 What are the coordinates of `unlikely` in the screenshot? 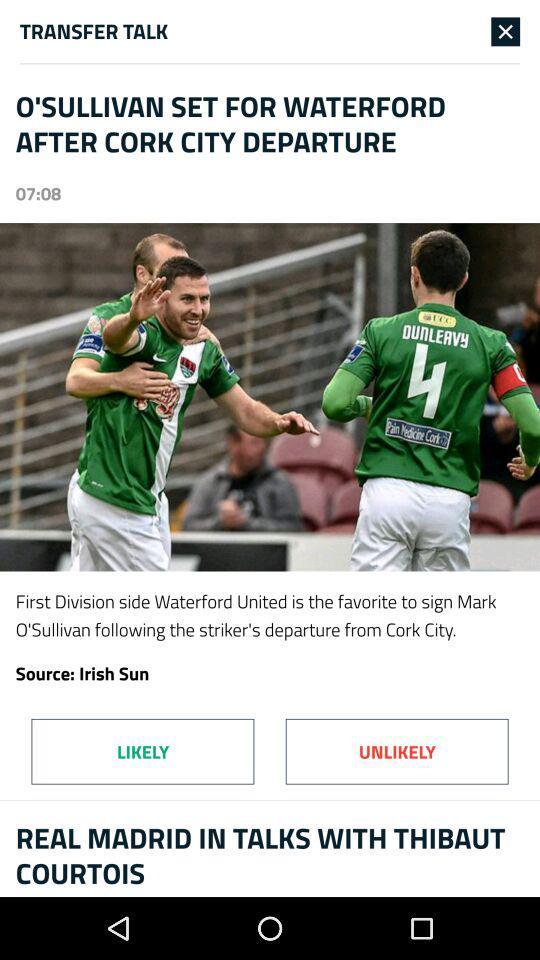 It's located at (397, 750).